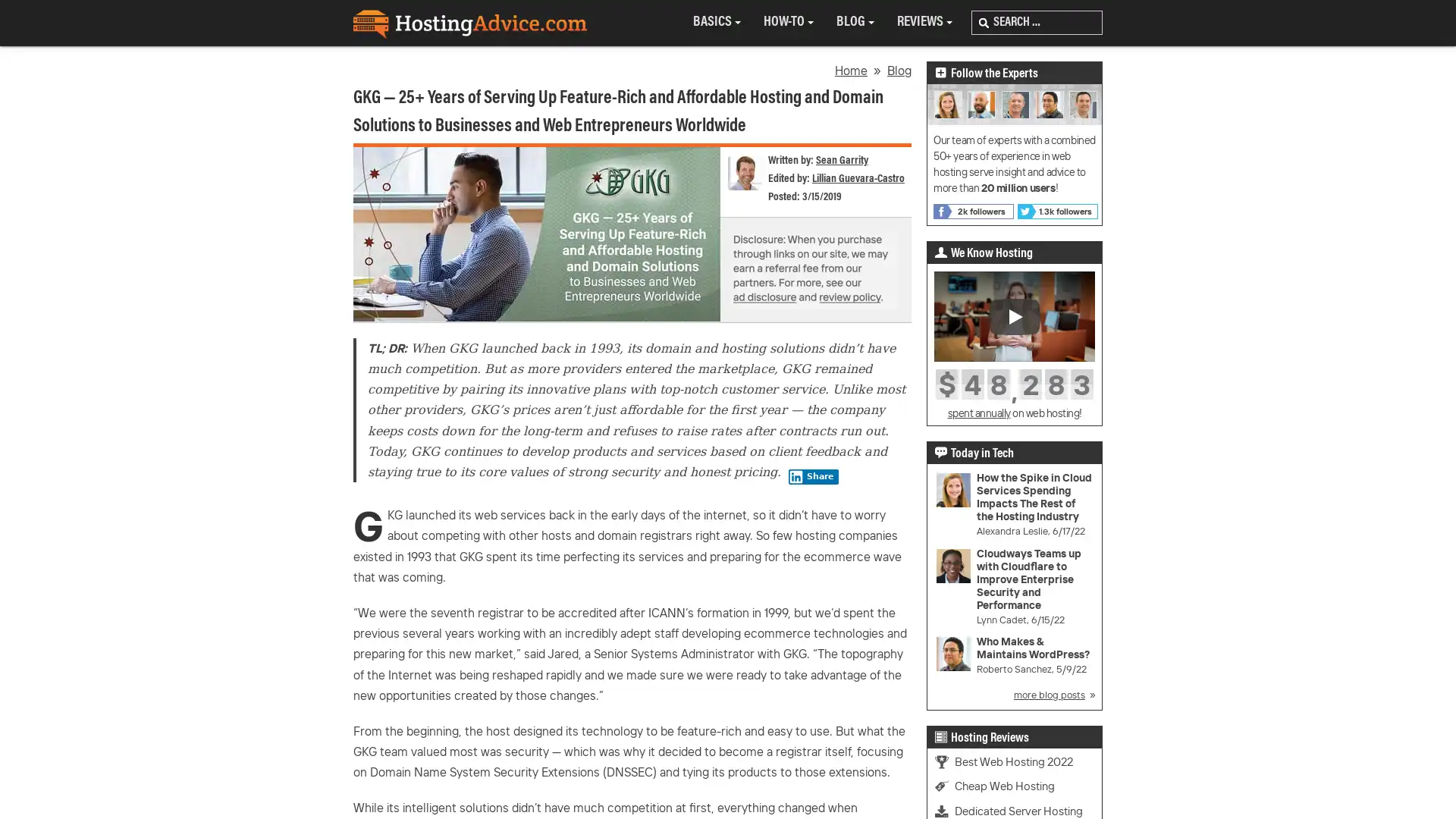 This screenshot has width=1456, height=819. Describe the element at coordinates (984, 23) in the screenshot. I see `Search` at that location.